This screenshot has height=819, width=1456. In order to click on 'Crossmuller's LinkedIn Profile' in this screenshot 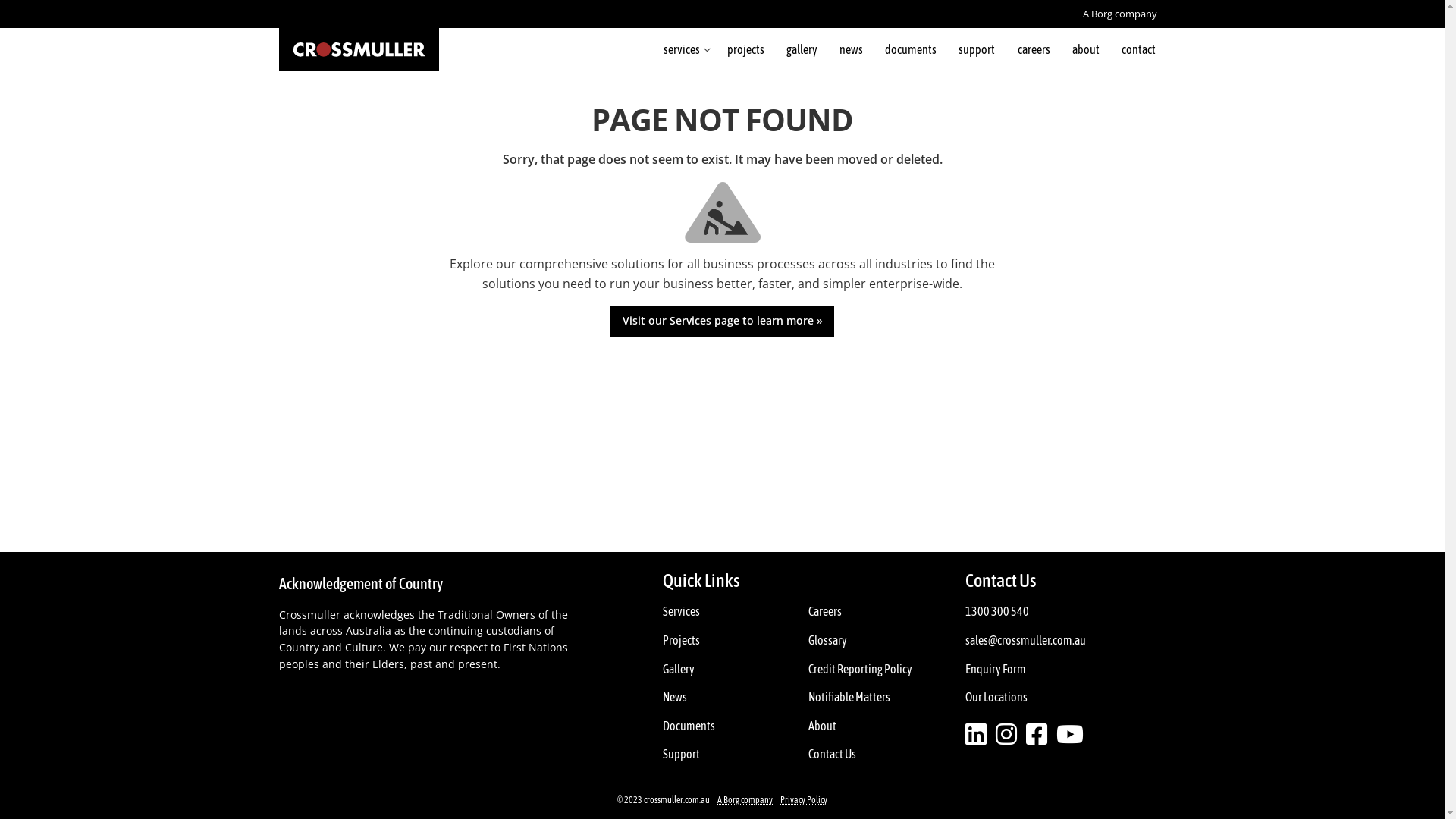, I will do `click(964, 733)`.